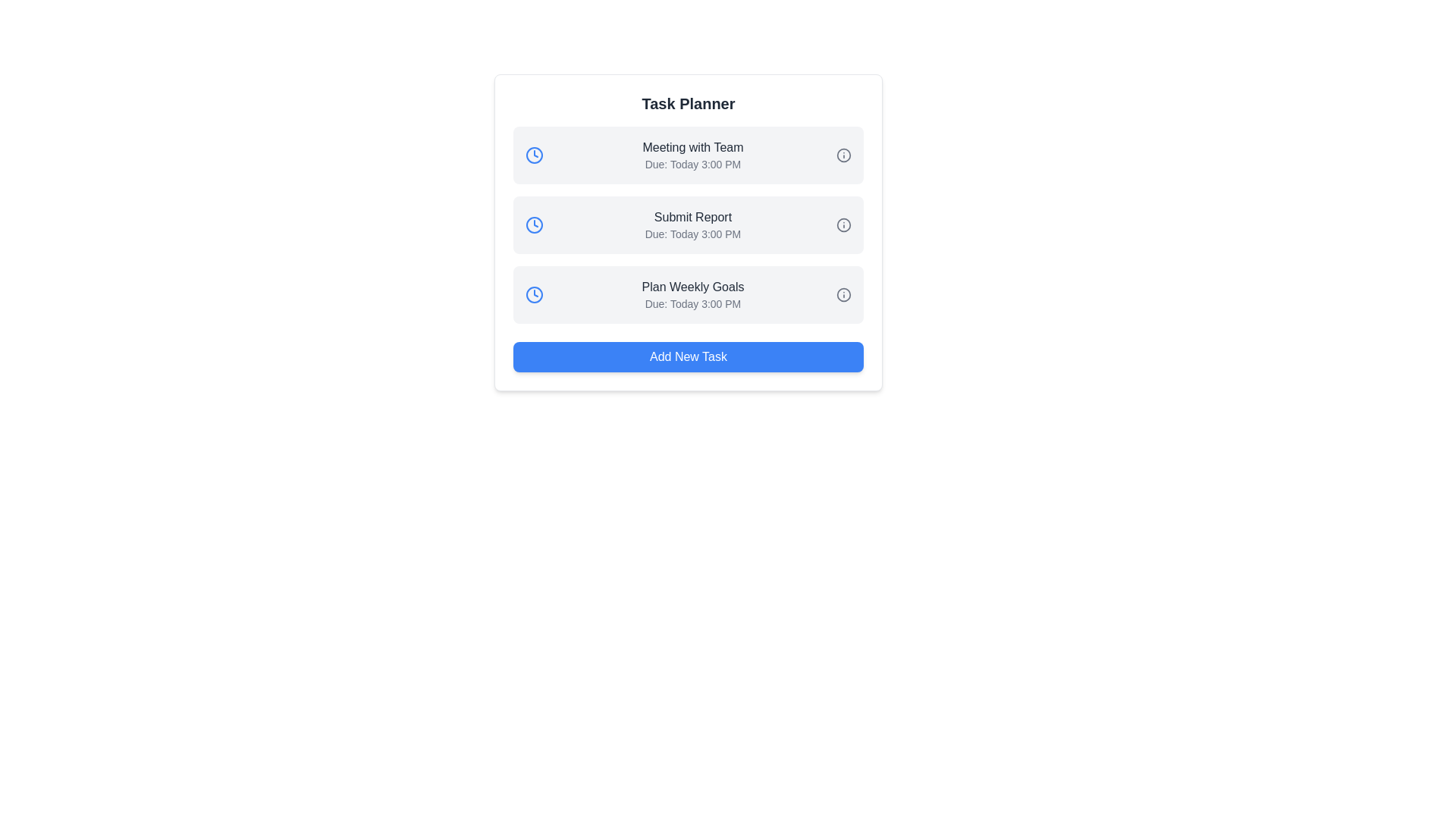 The height and width of the screenshot is (819, 1456). Describe the element at coordinates (843, 225) in the screenshot. I see `the circular gray icon button located to the right of the text 'Submit Report' in the second row of the task list` at that location.